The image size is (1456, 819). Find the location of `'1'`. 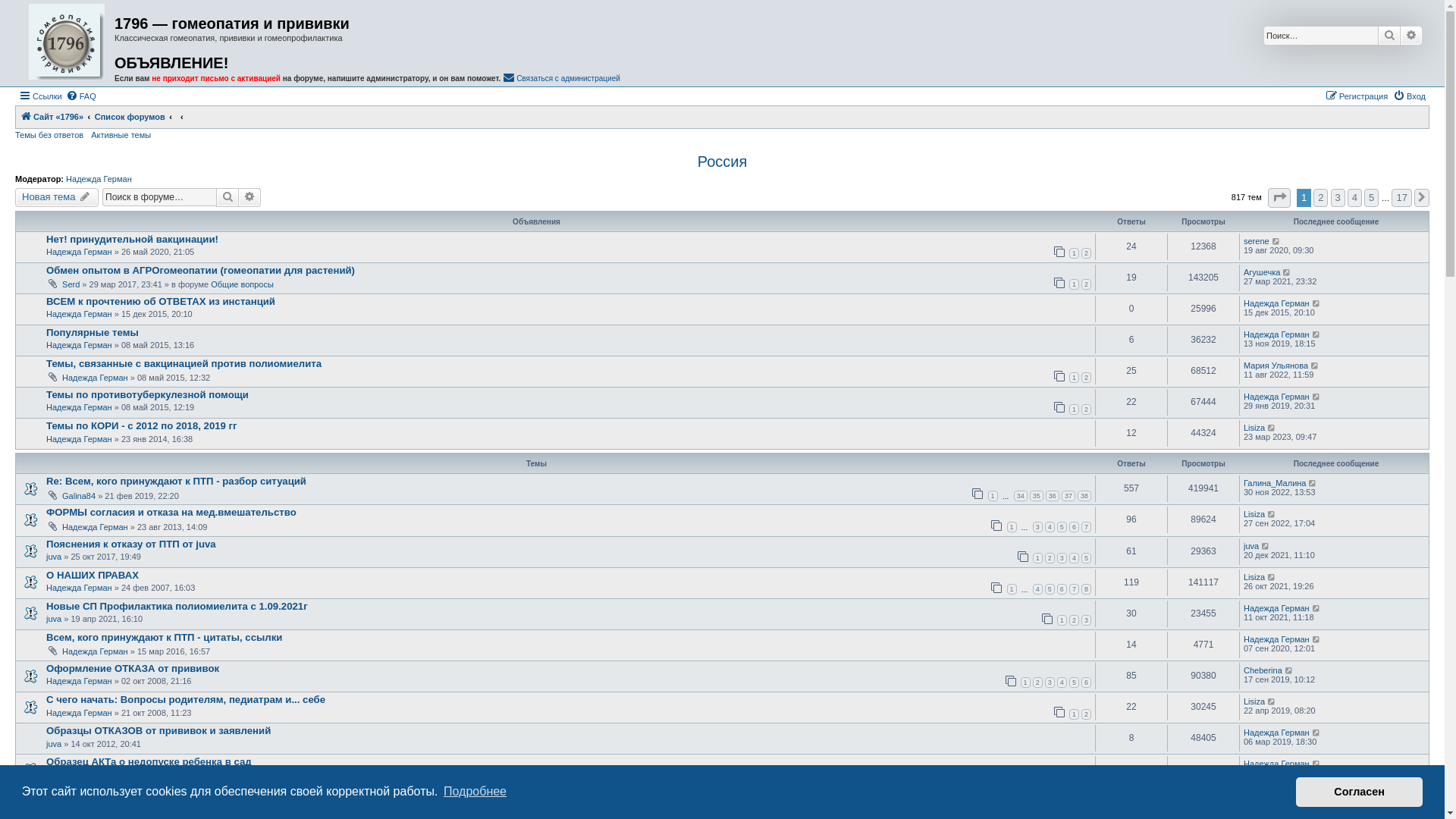

'1' is located at coordinates (1073, 253).